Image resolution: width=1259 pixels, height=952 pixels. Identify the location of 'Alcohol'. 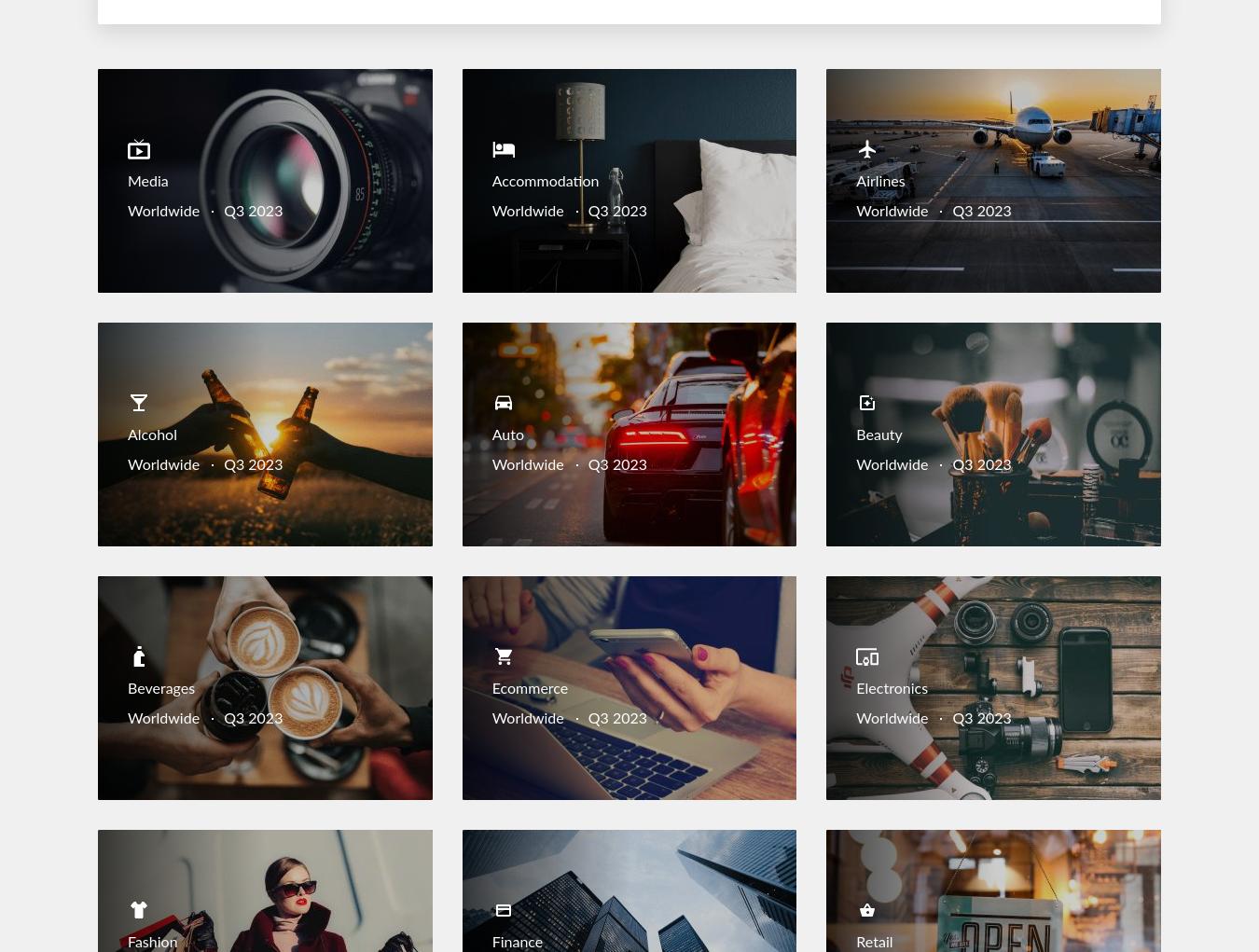
(151, 435).